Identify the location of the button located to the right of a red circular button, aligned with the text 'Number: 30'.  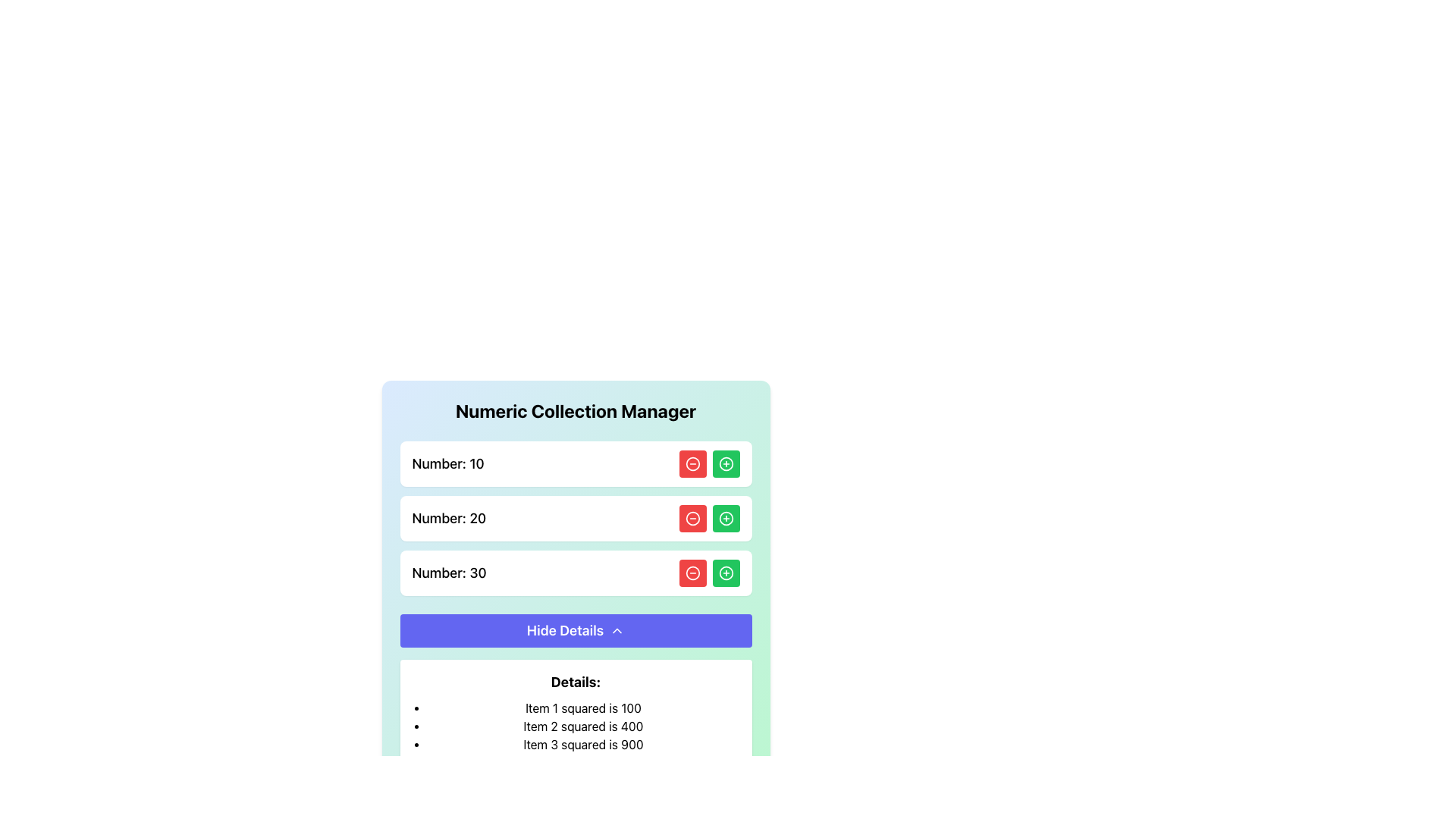
(725, 463).